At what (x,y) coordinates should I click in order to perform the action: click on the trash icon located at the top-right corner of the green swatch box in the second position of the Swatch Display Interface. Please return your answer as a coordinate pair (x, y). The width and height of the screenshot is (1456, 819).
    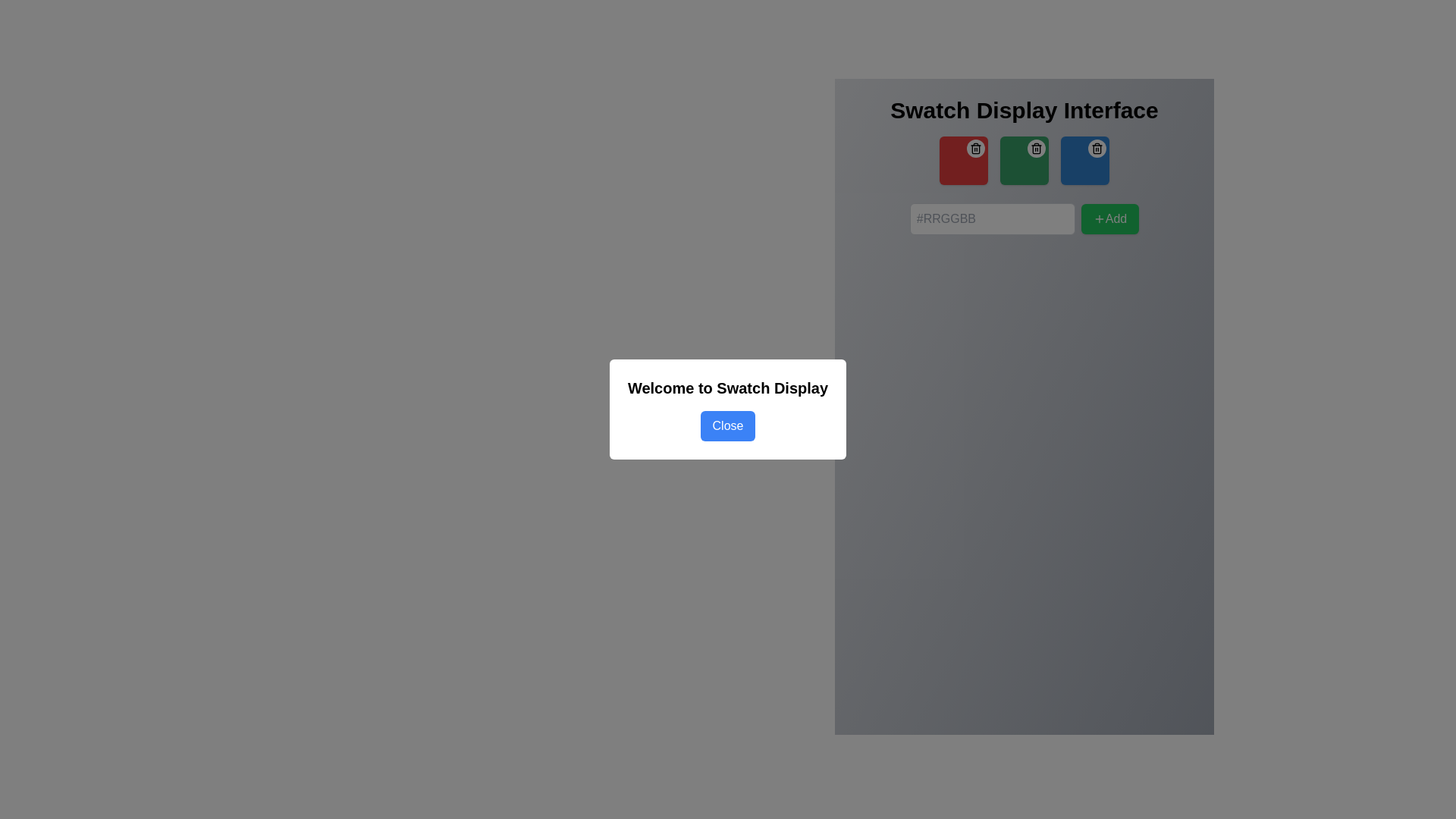
    Looking at the image, I should click on (1024, 161).